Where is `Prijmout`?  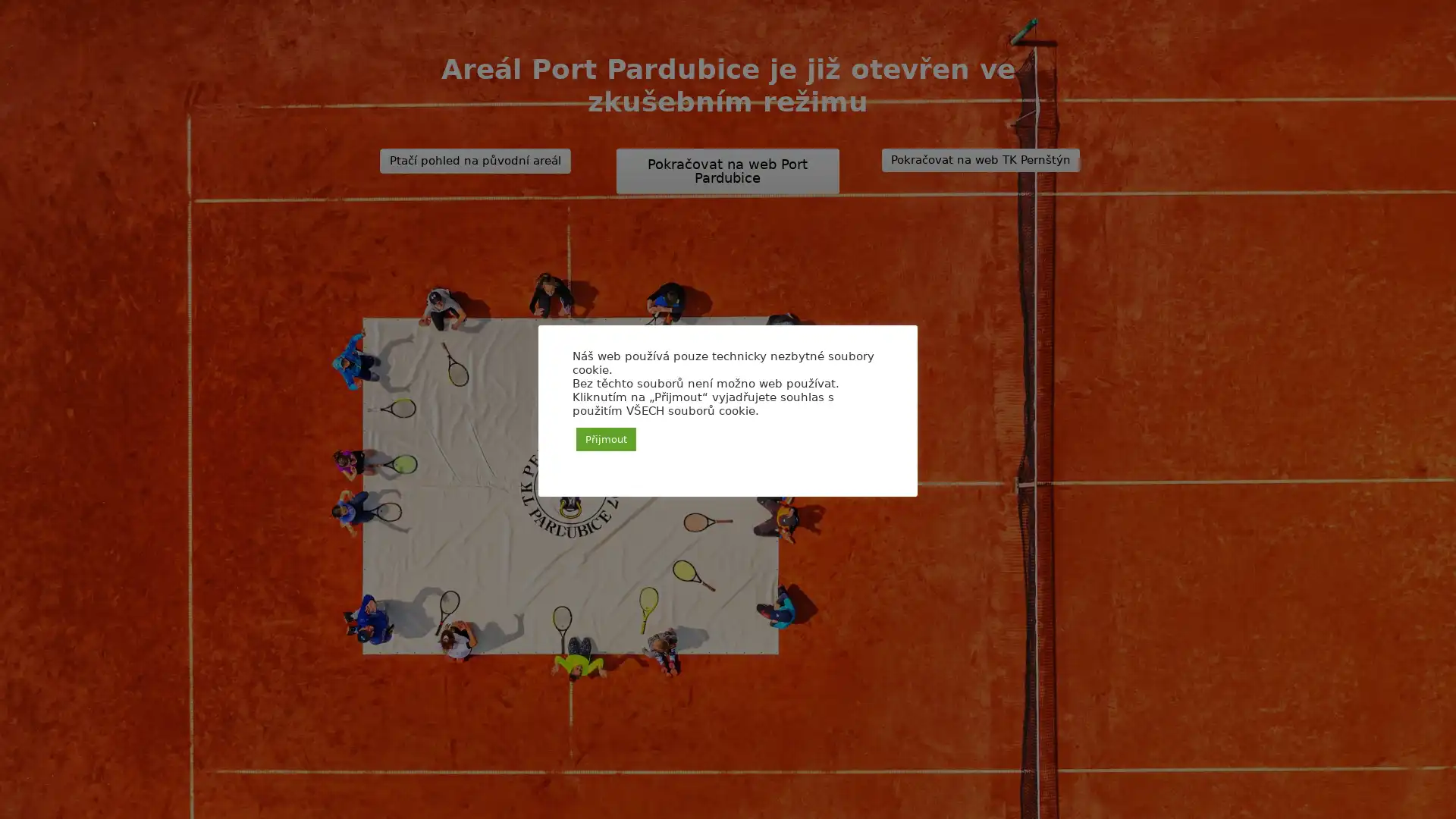 Prijmout is located at coordinates (605, 438).